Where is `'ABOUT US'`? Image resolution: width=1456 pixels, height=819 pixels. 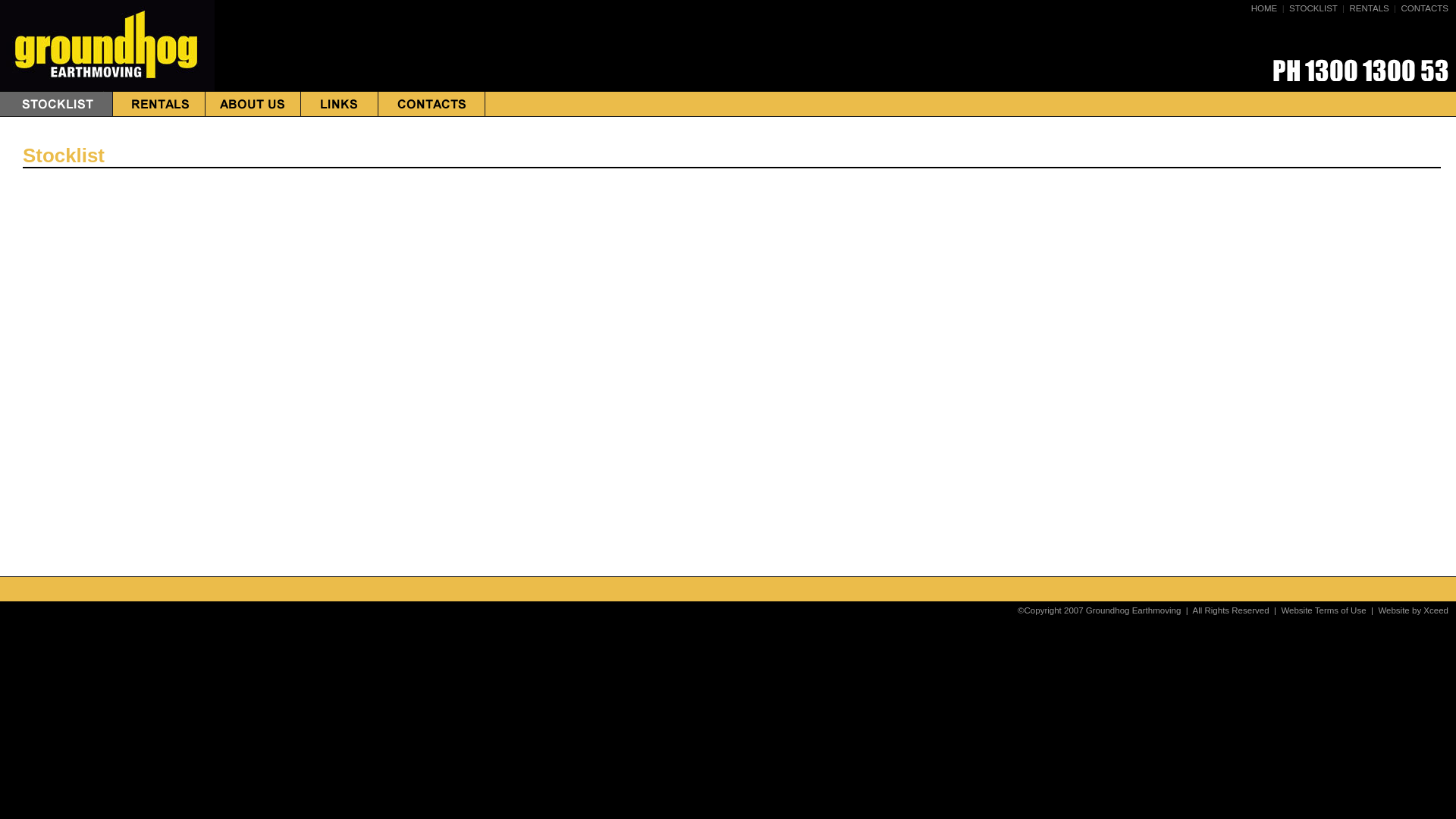
'ABOUT US' is located at coordinates (253, 111).